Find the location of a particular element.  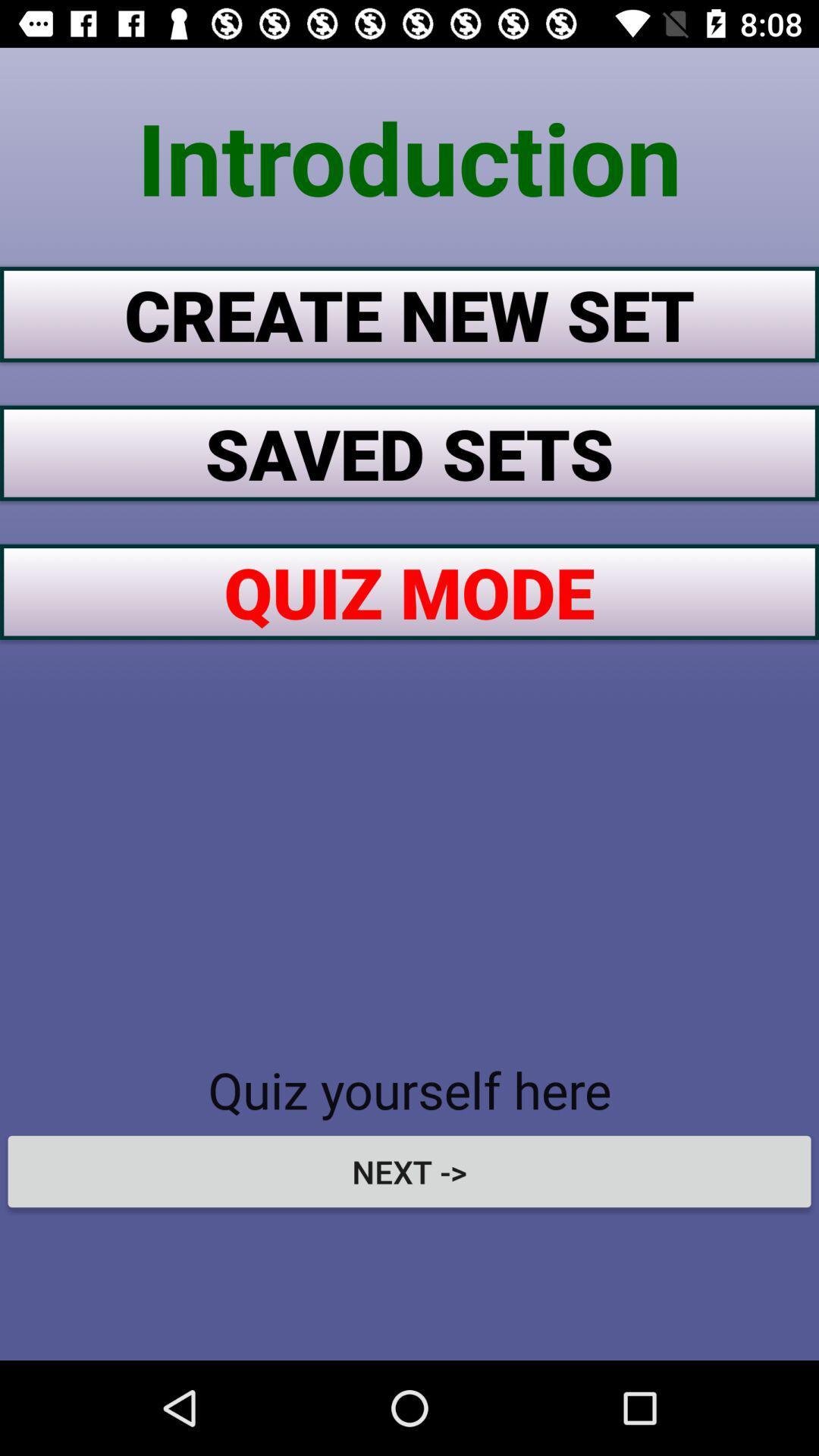

the icon below the create new set item is located at coordinates (409, 452).